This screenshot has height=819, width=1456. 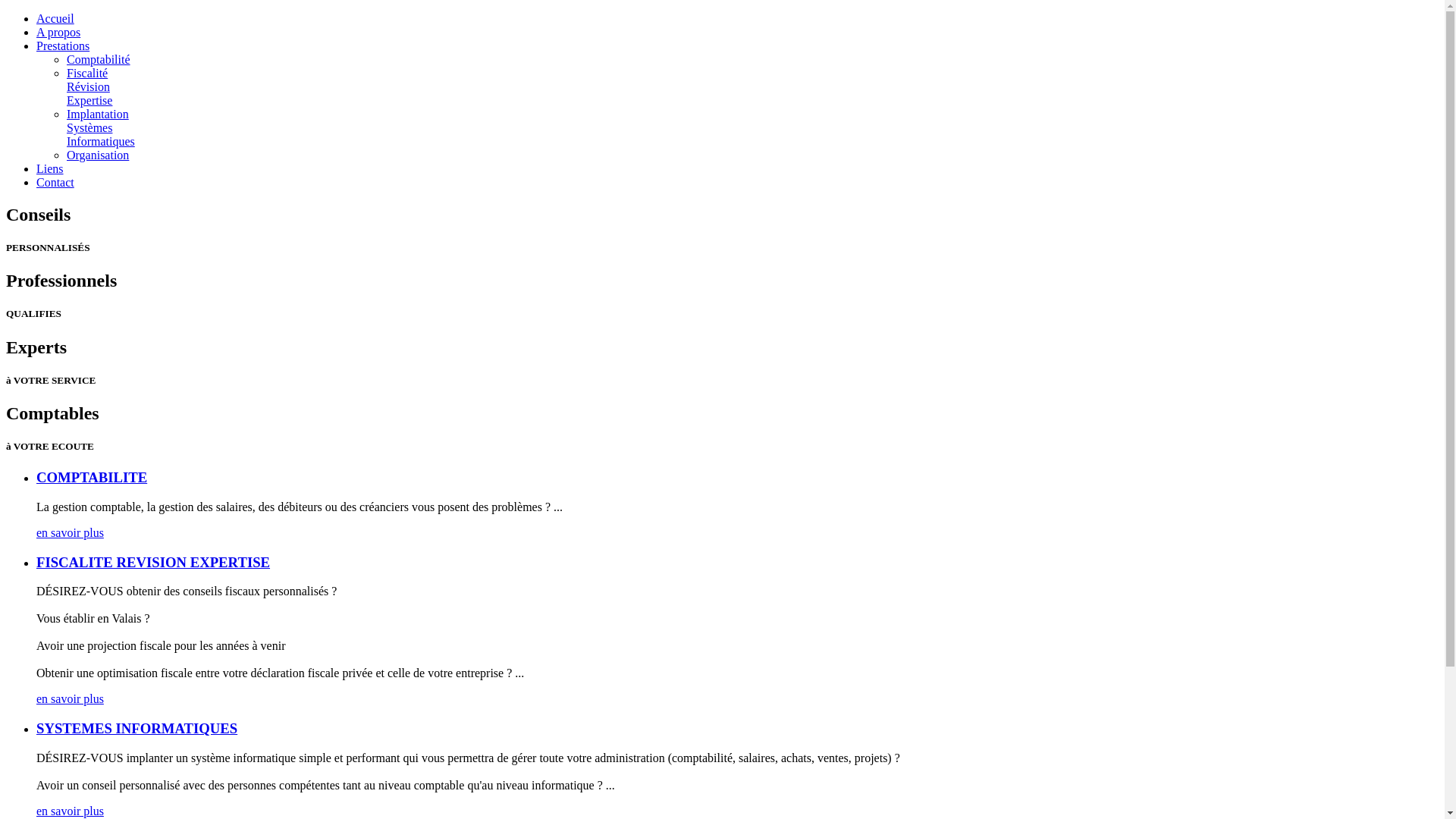 What do you see at coordinates (90, 476) in the screenshot?
I see `'COMPTABILITE'` at bounding box center [90, 476].